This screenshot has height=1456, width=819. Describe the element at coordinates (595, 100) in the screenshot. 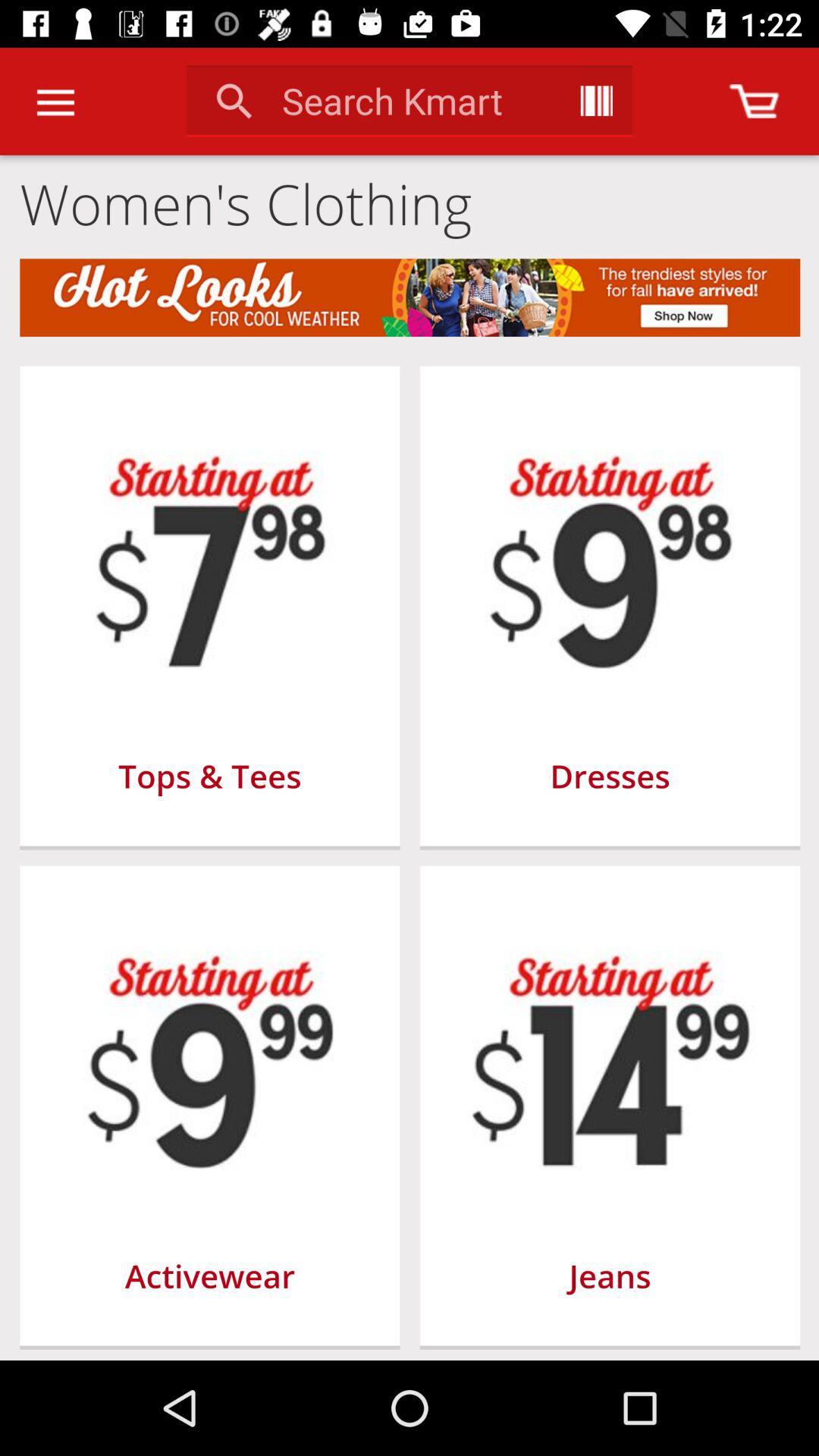

I see `information gallery` at that location.